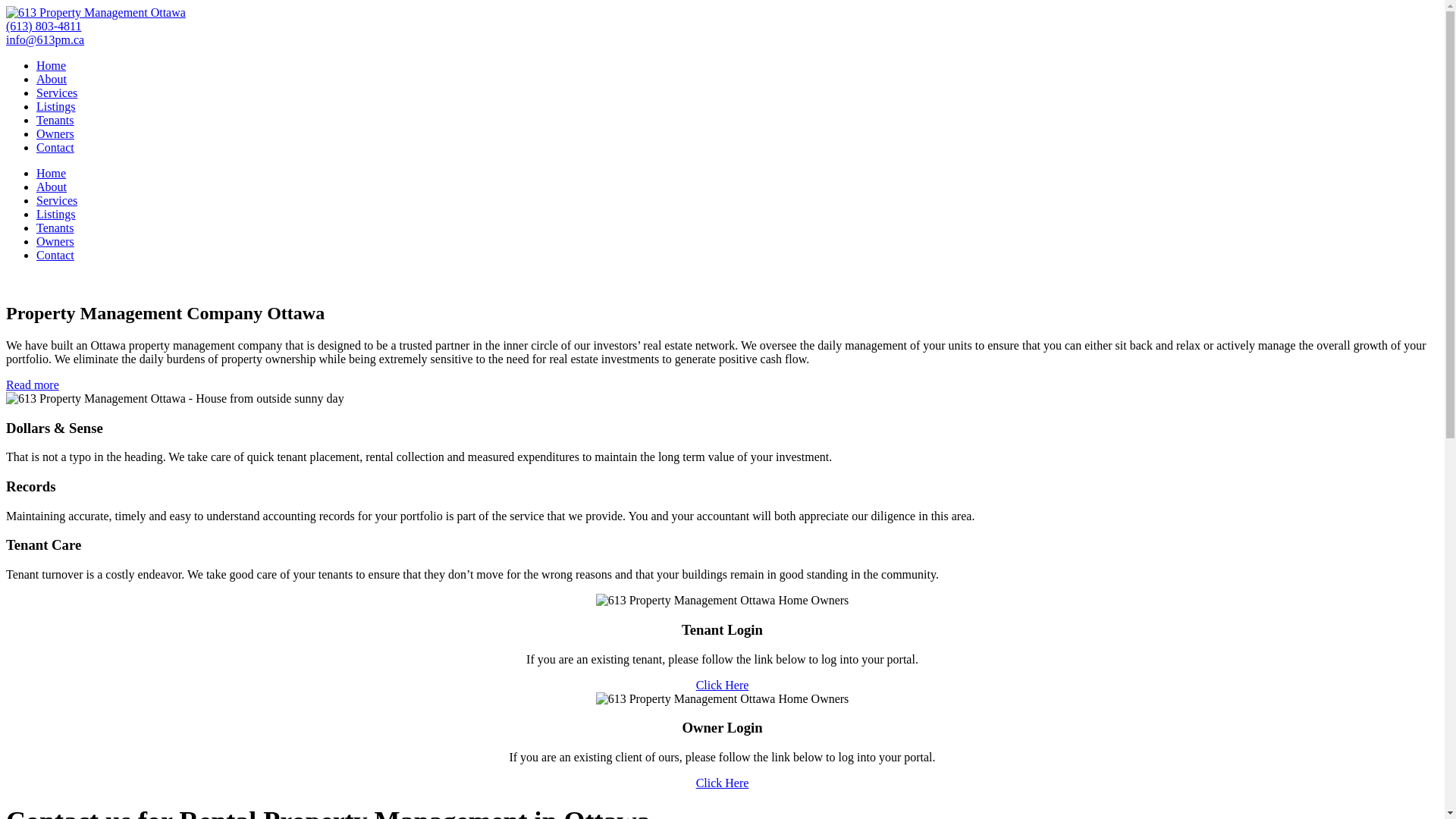 This screenshot has width=1456, height=819. I want to click on 'Owners', so click(55, 133).